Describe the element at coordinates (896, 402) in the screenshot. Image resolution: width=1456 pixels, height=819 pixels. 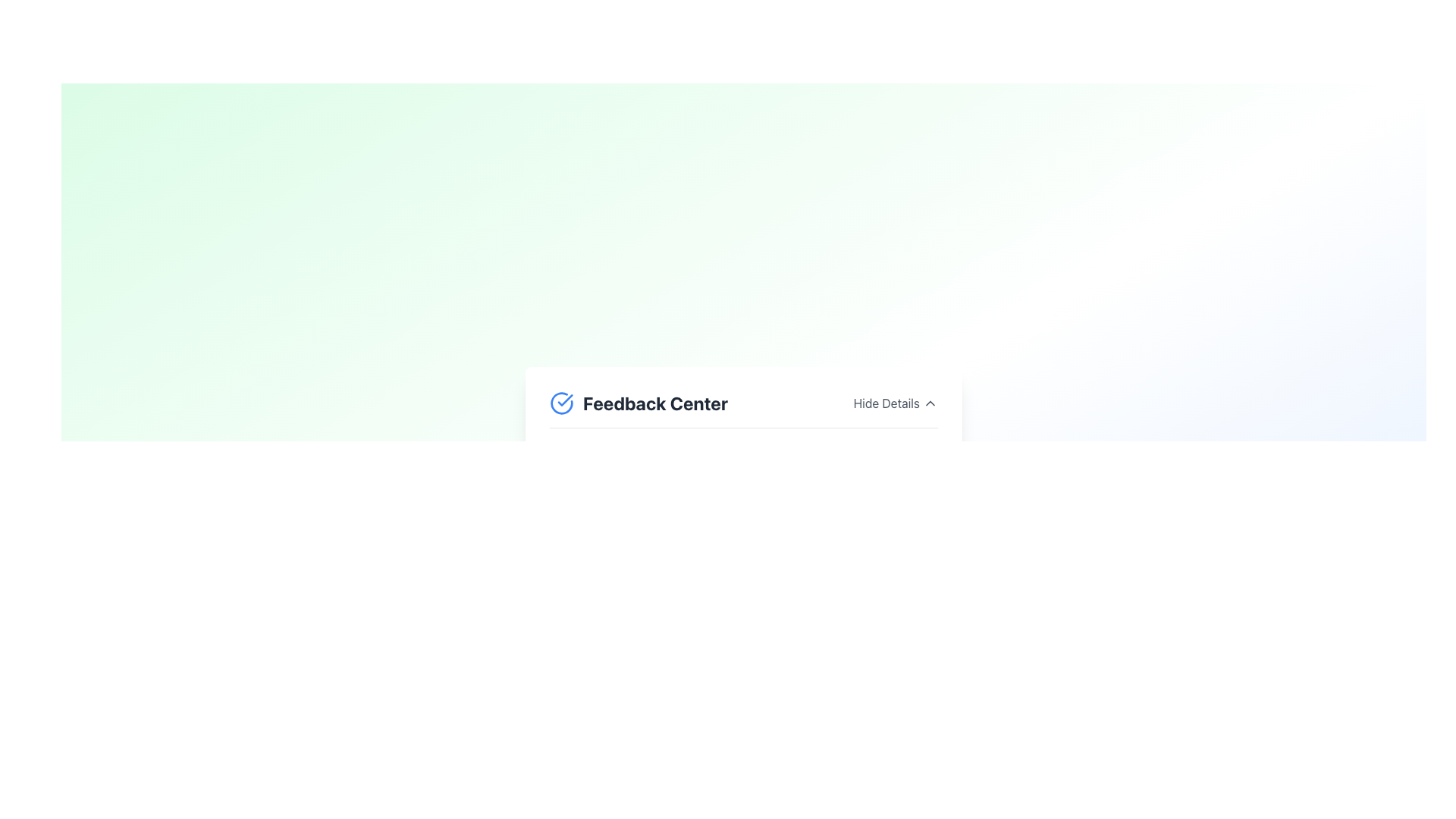
I see `the 'Hide Details' button` at that location.